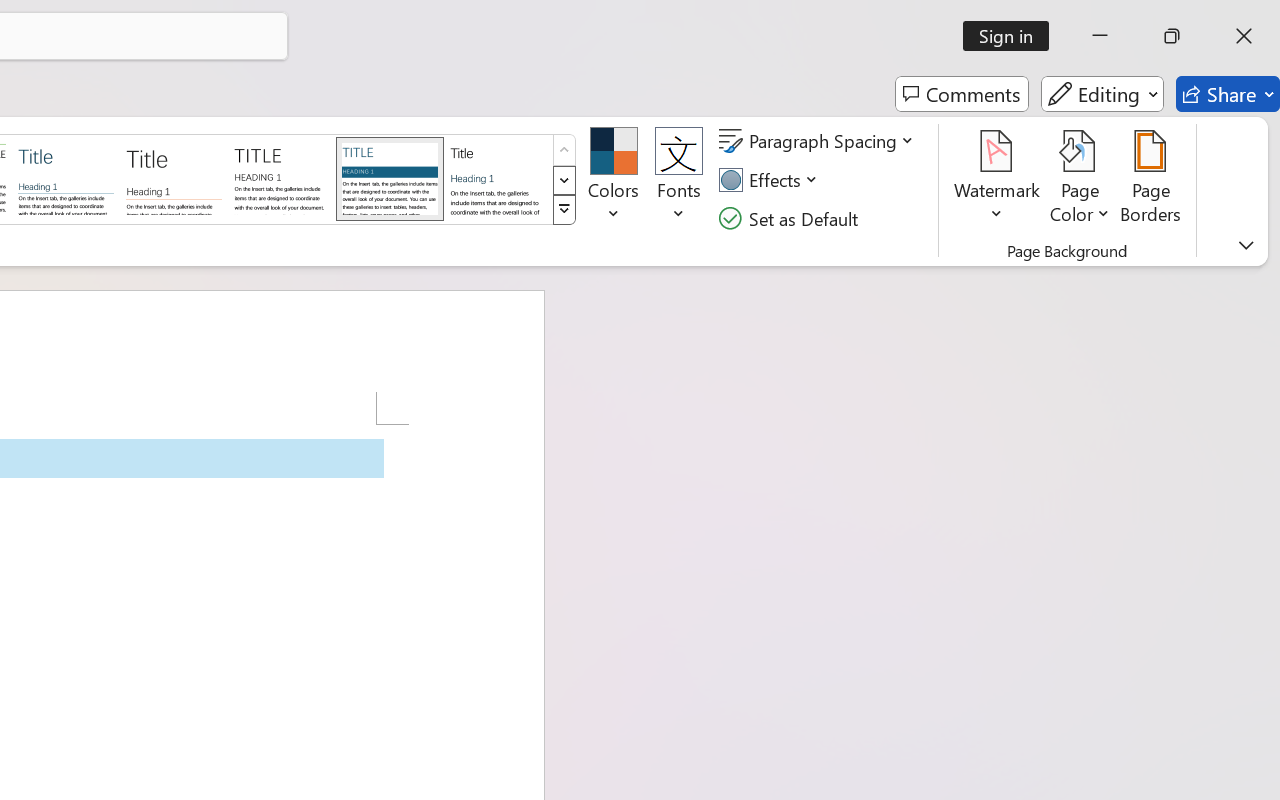 The height and width of the screenshot is (800, 1280). I want to click on 'Shaded', so click(389, 177).